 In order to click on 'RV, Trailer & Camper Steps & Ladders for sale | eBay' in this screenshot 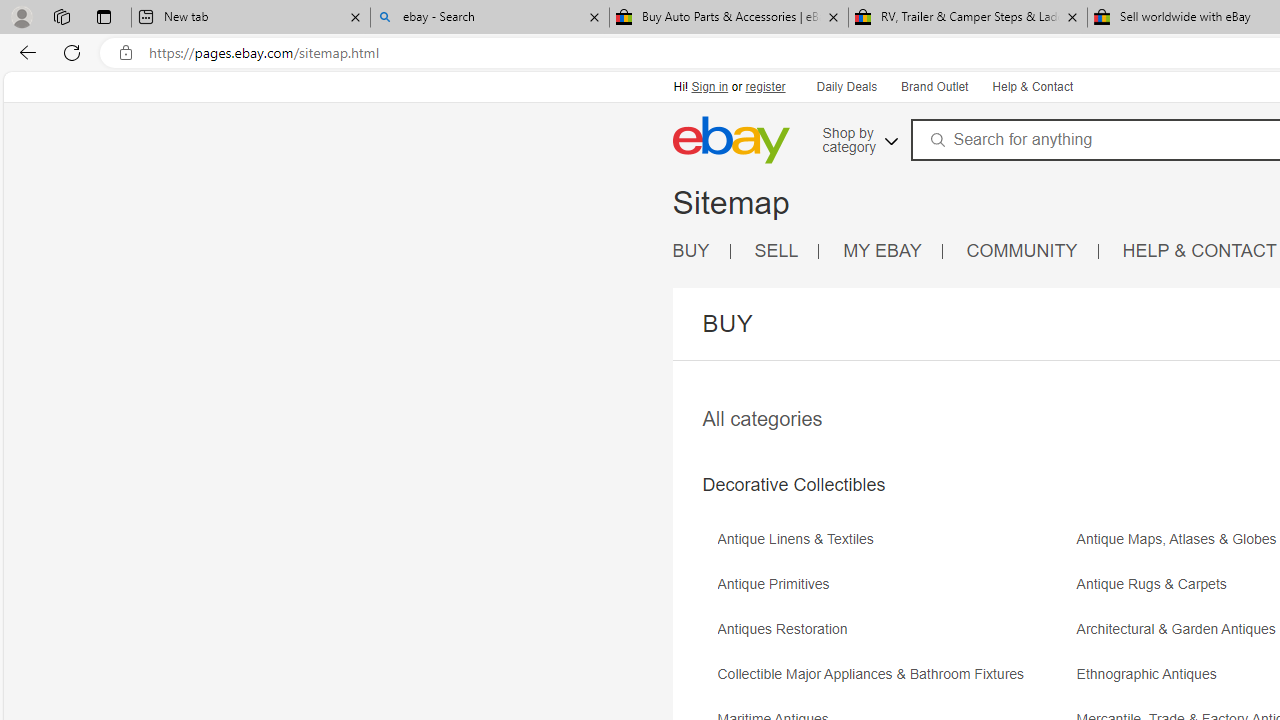, I will do `click(967, 17)`.